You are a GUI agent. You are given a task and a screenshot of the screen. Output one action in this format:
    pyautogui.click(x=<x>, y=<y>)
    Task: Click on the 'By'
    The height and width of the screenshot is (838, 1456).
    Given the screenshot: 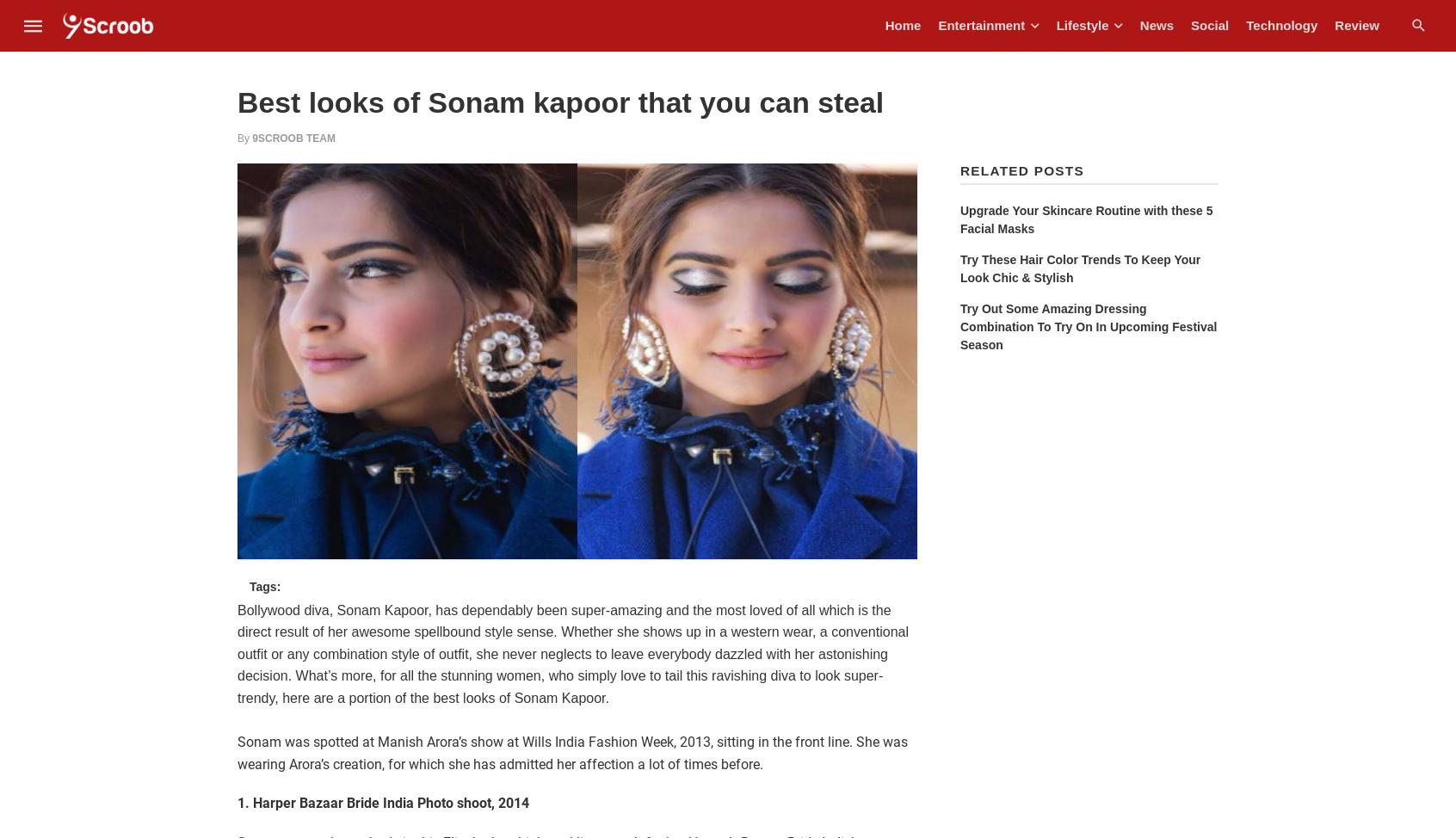 What is the action you would take?
    pyautogui.click(x=244, y=137)
    